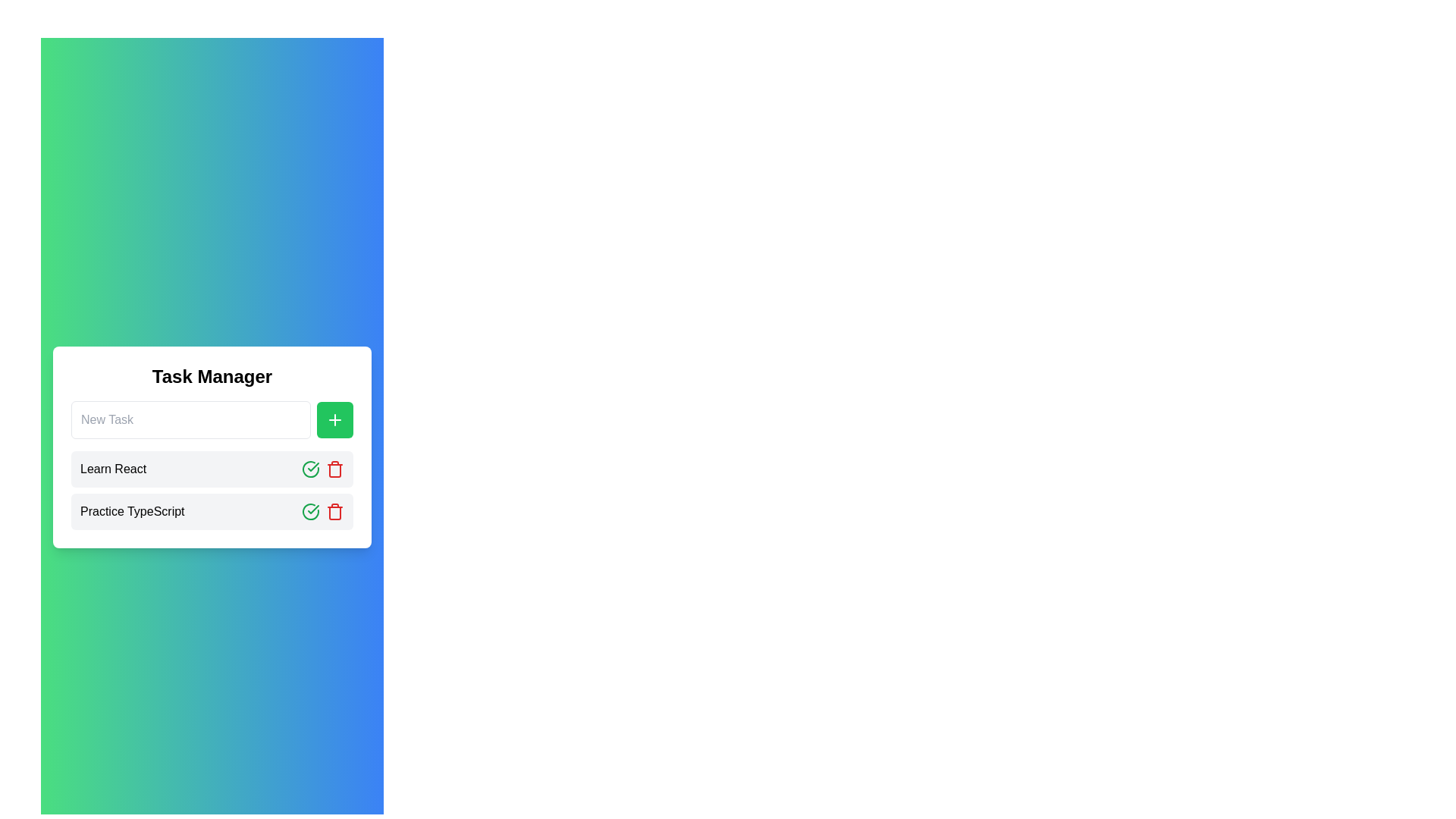 The width and height of the screenshot is (1456, 819). Describe the element at coordinates (334, 420) in the screenshot. I see `the button to the right of the 'New Task' input box in the task manager interface` at that location.